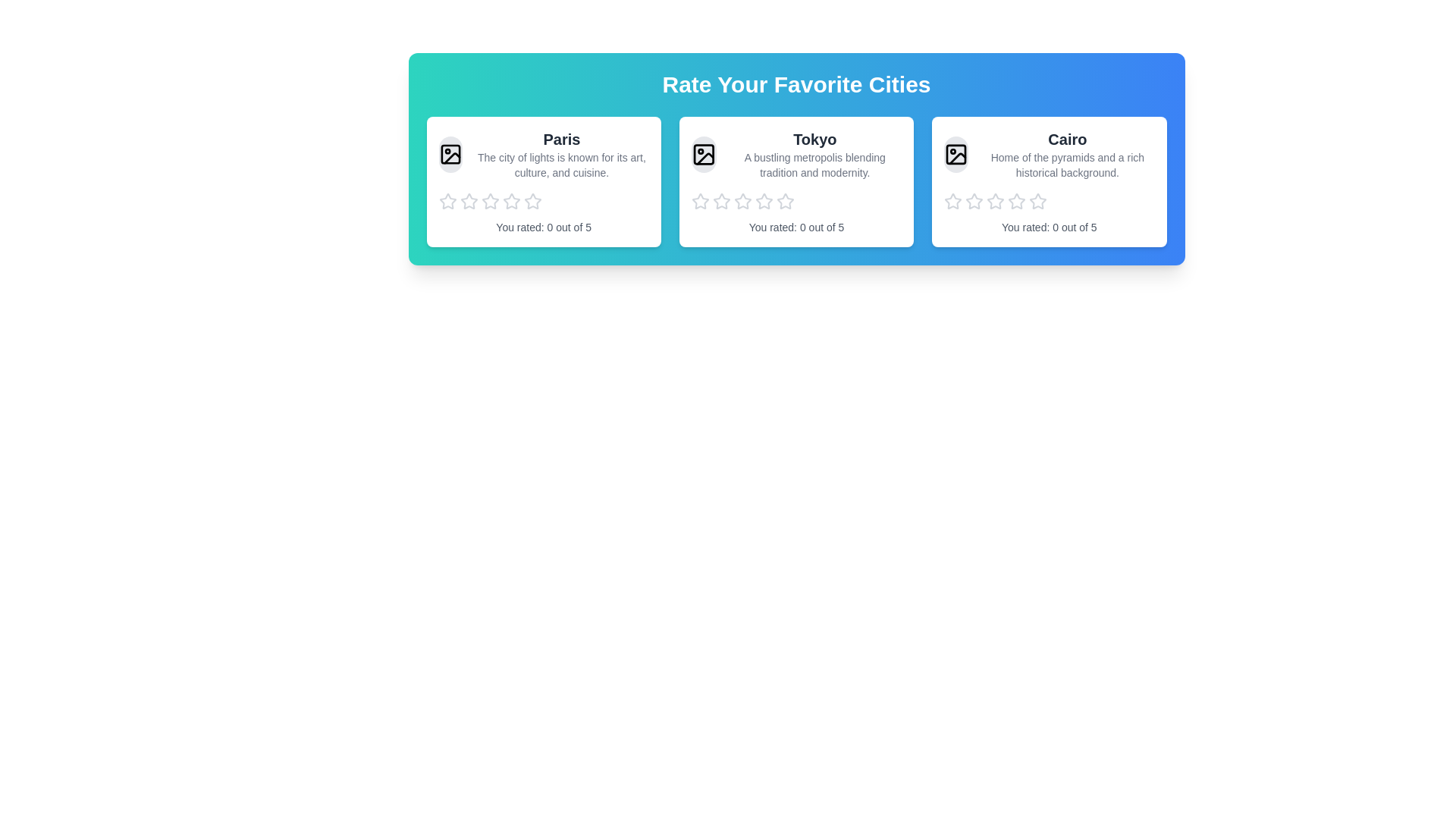 The height and width of the screenshot is (819, 1456). What do you see at coordinates (1048, 180) in the screenshot?
I see `the interactive card for Cairo, which is the third card in a row of three, located on the rightmost side among its siblings, to trigger any style changes if applicable` at bounding box center [1048, 180].